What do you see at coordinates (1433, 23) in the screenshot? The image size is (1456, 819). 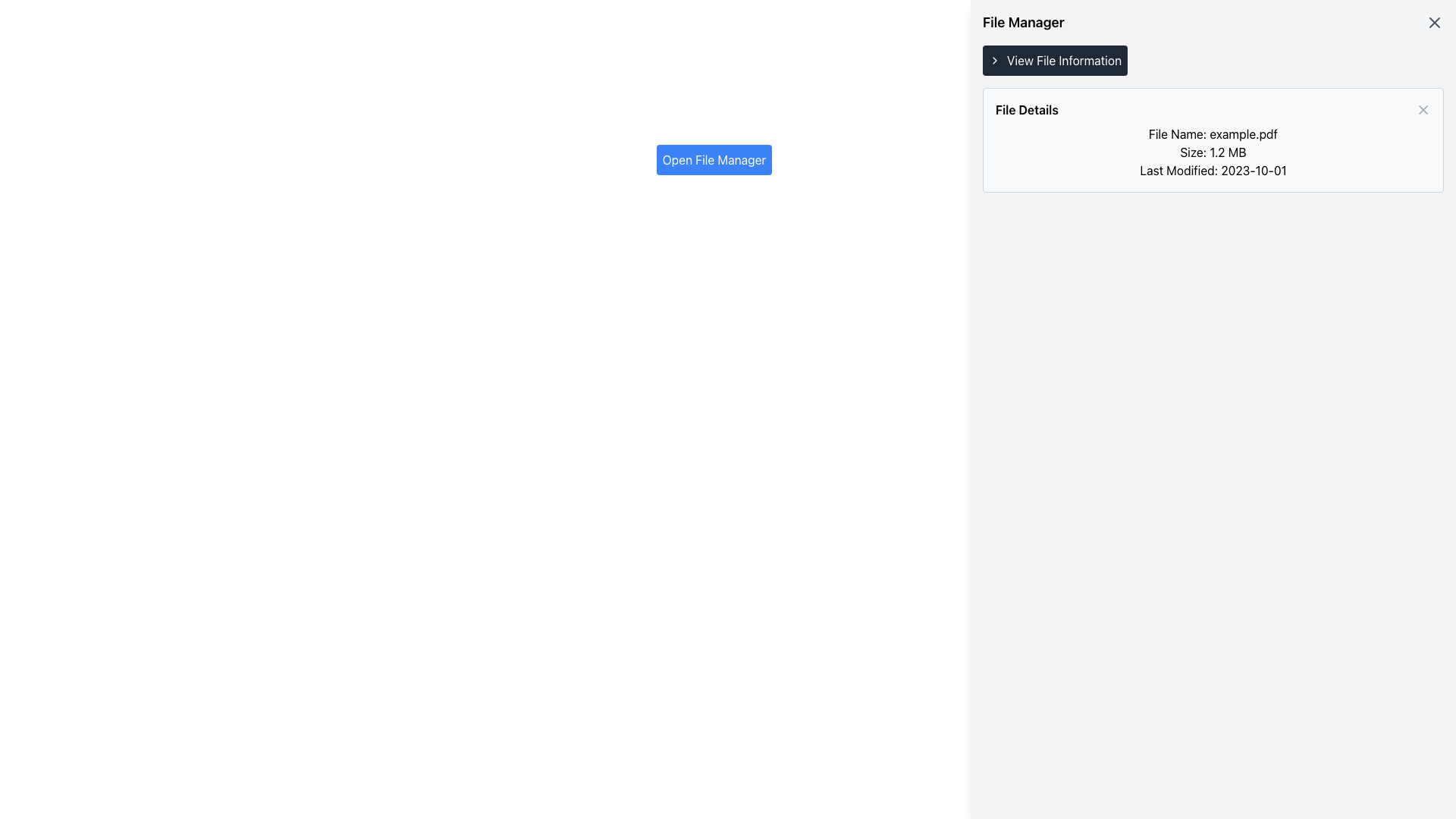 I see `the close button located at the top right corner of the File Manager panel` at bounding box center [1433, 23].